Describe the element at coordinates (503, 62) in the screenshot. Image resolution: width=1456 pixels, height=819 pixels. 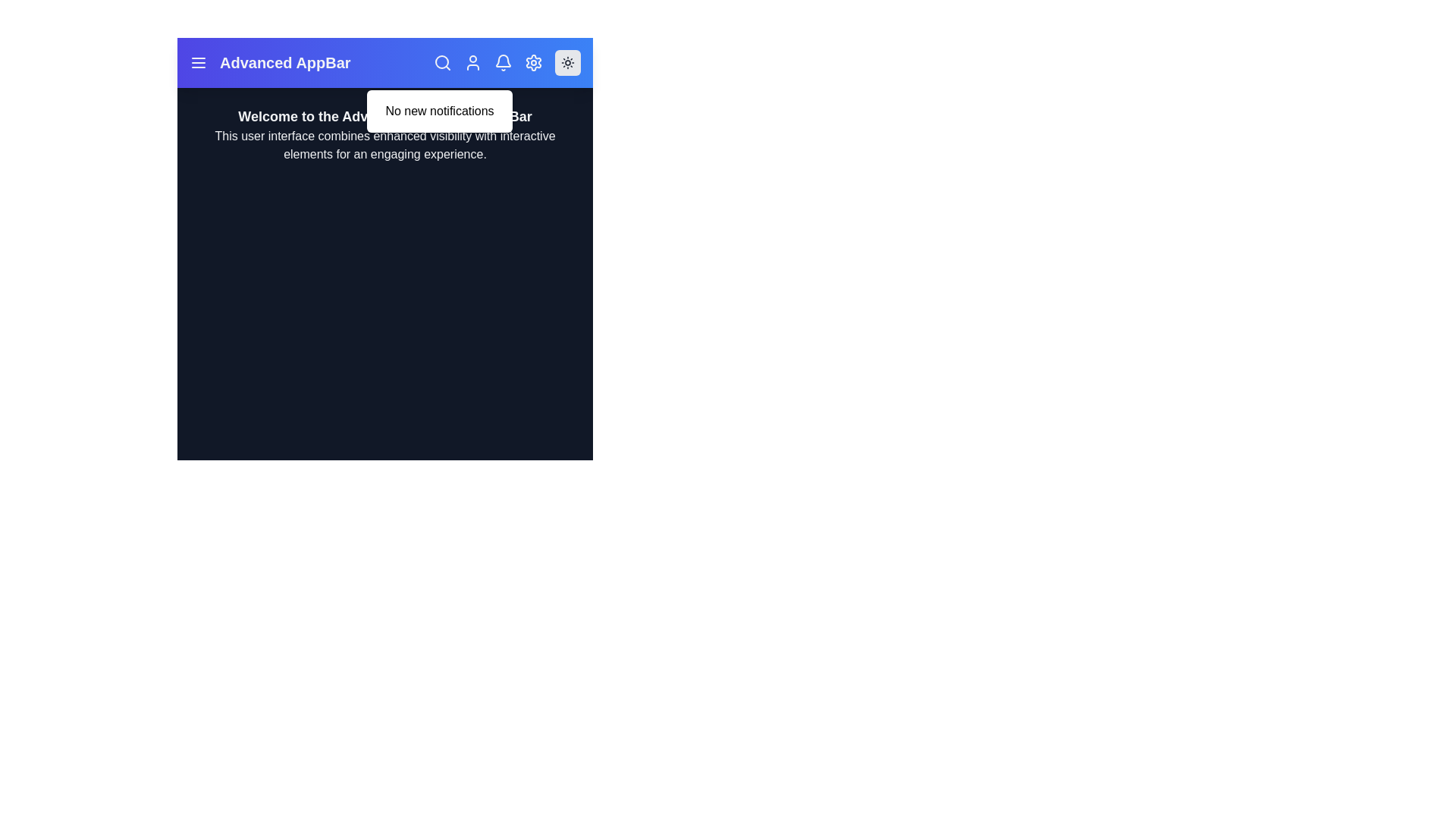
I see `the bell icon to toggle the notifications panel` at that location.